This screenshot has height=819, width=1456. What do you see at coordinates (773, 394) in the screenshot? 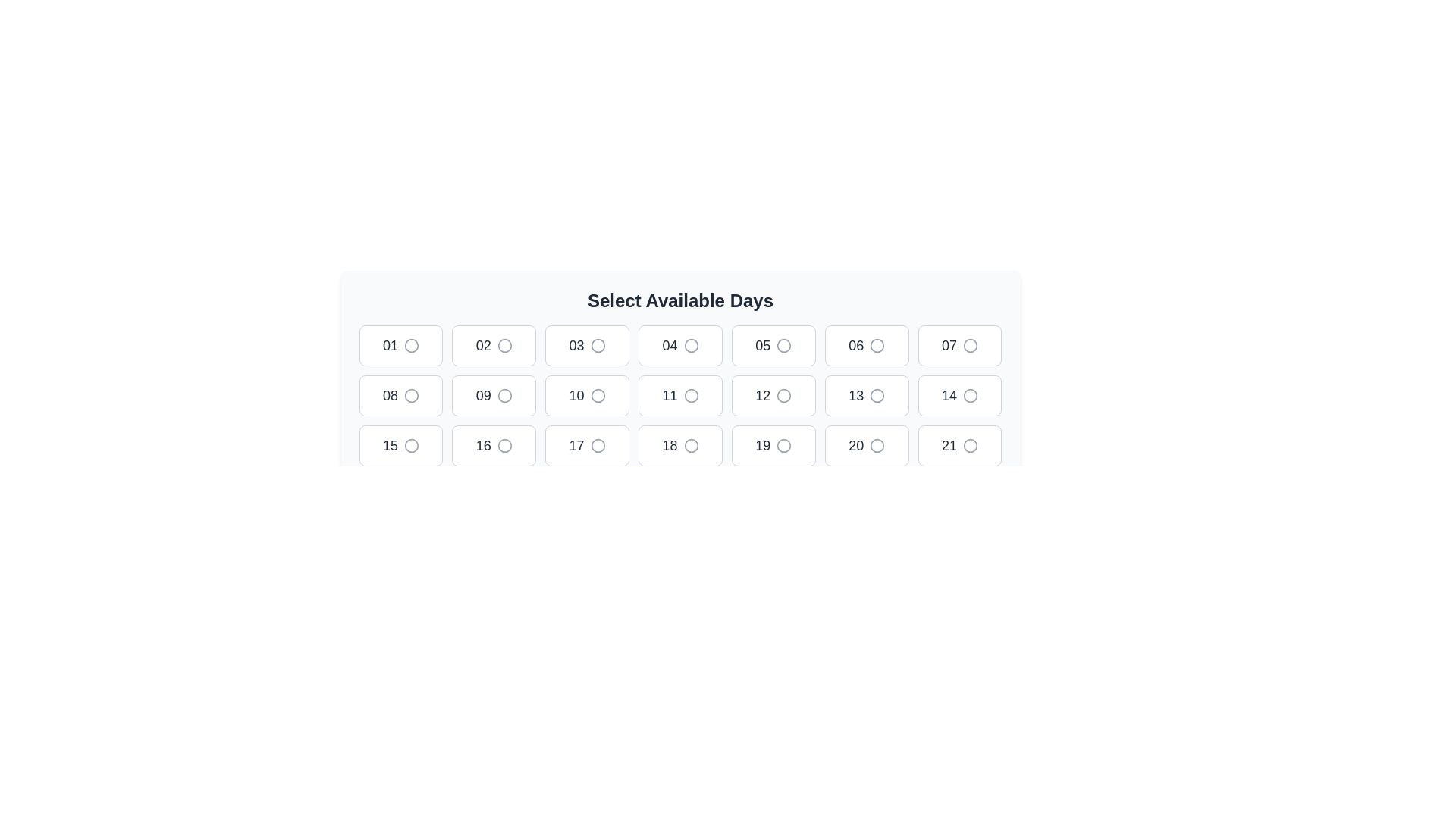
I see `the radio button labeled '12' located` at bounding box center [773, 394].